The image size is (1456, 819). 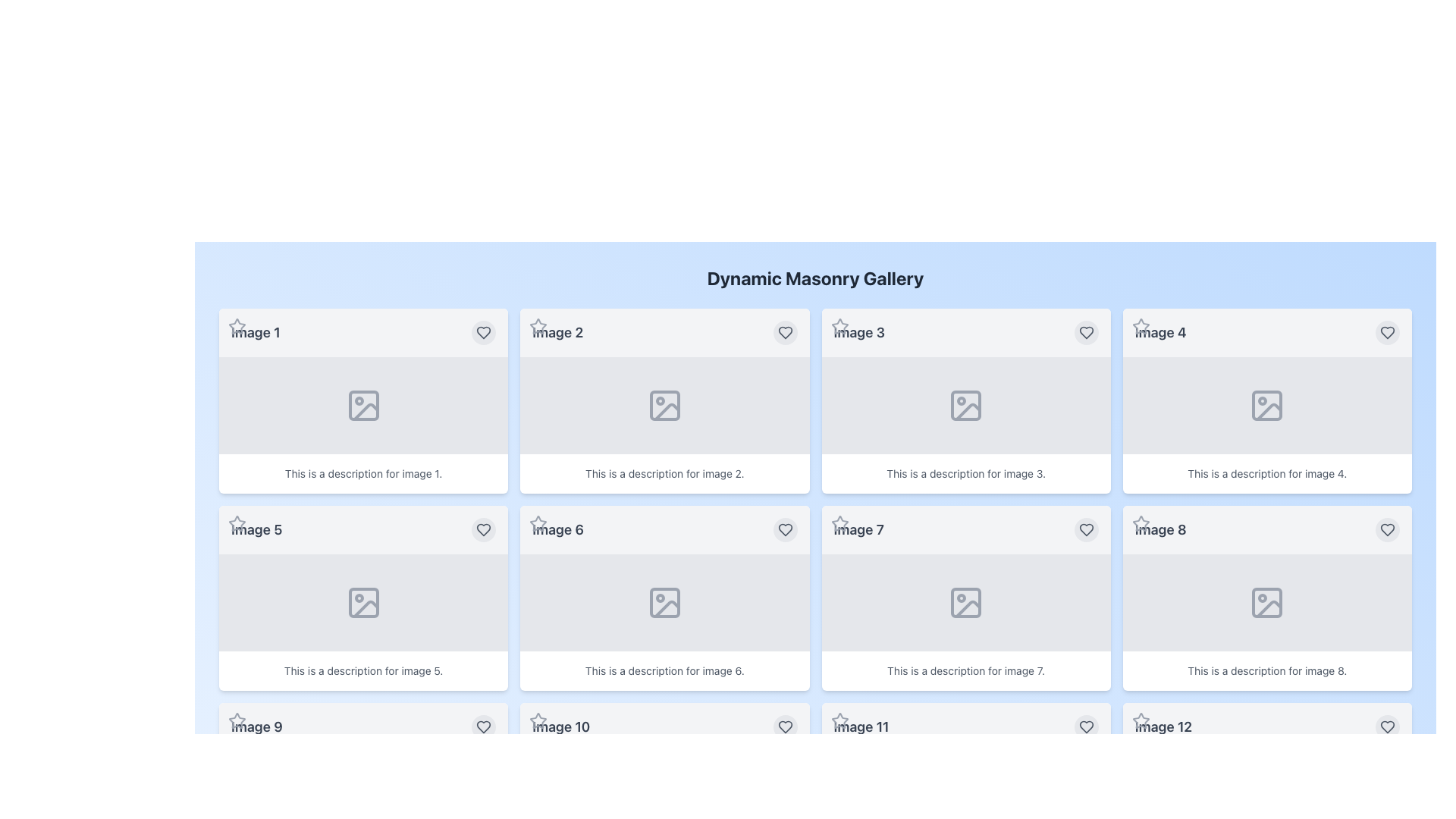 I want to click on the sixth card in the grid layout that displays information about 'Image 6,' which includes a descriptive title and an image placeholder icon, so click(x=664, y=598).